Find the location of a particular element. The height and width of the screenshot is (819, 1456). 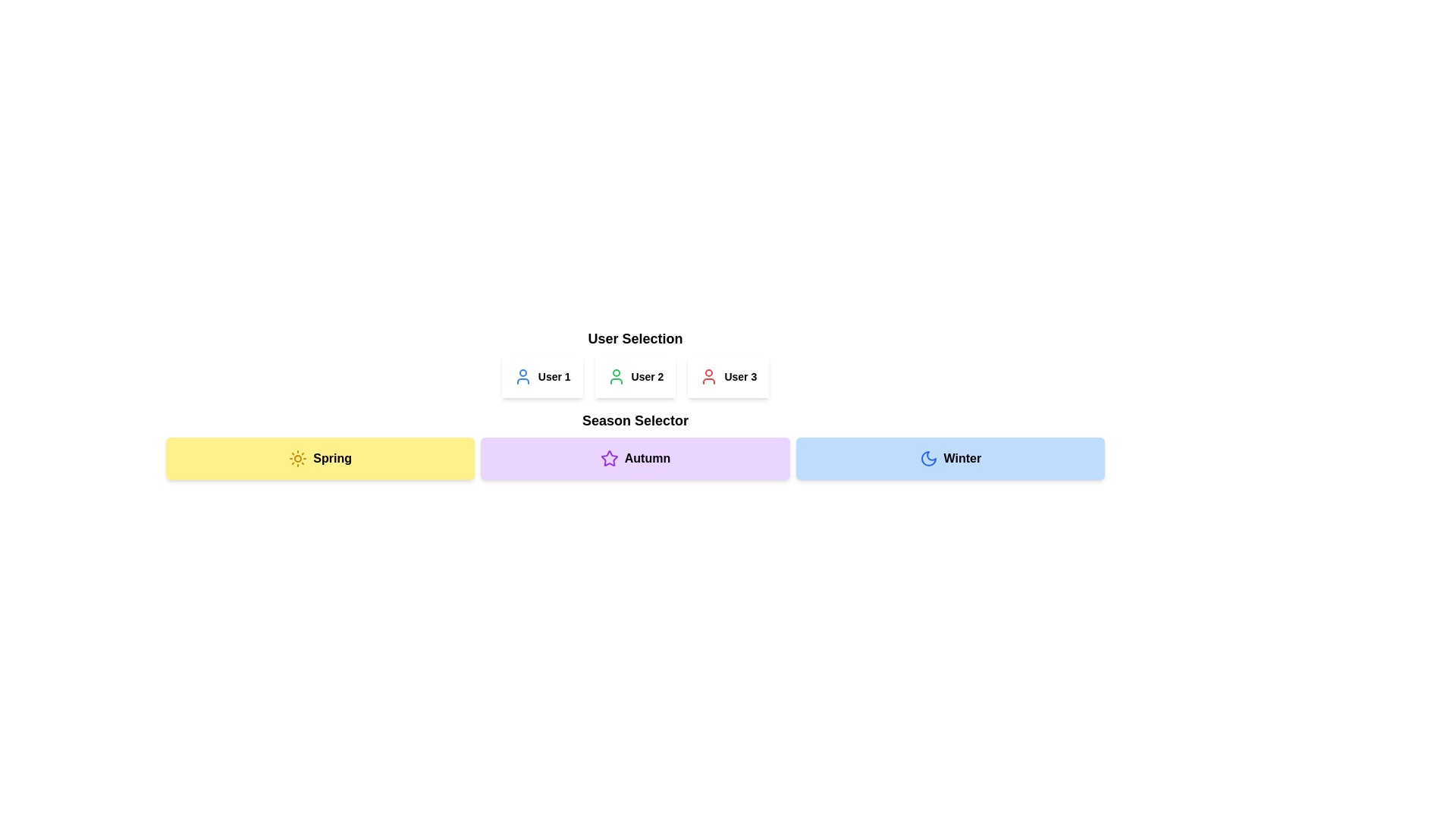

the user selection button labeled 'User 1' which features a blue user icon and bold black text is located at coordinates (542, 376).